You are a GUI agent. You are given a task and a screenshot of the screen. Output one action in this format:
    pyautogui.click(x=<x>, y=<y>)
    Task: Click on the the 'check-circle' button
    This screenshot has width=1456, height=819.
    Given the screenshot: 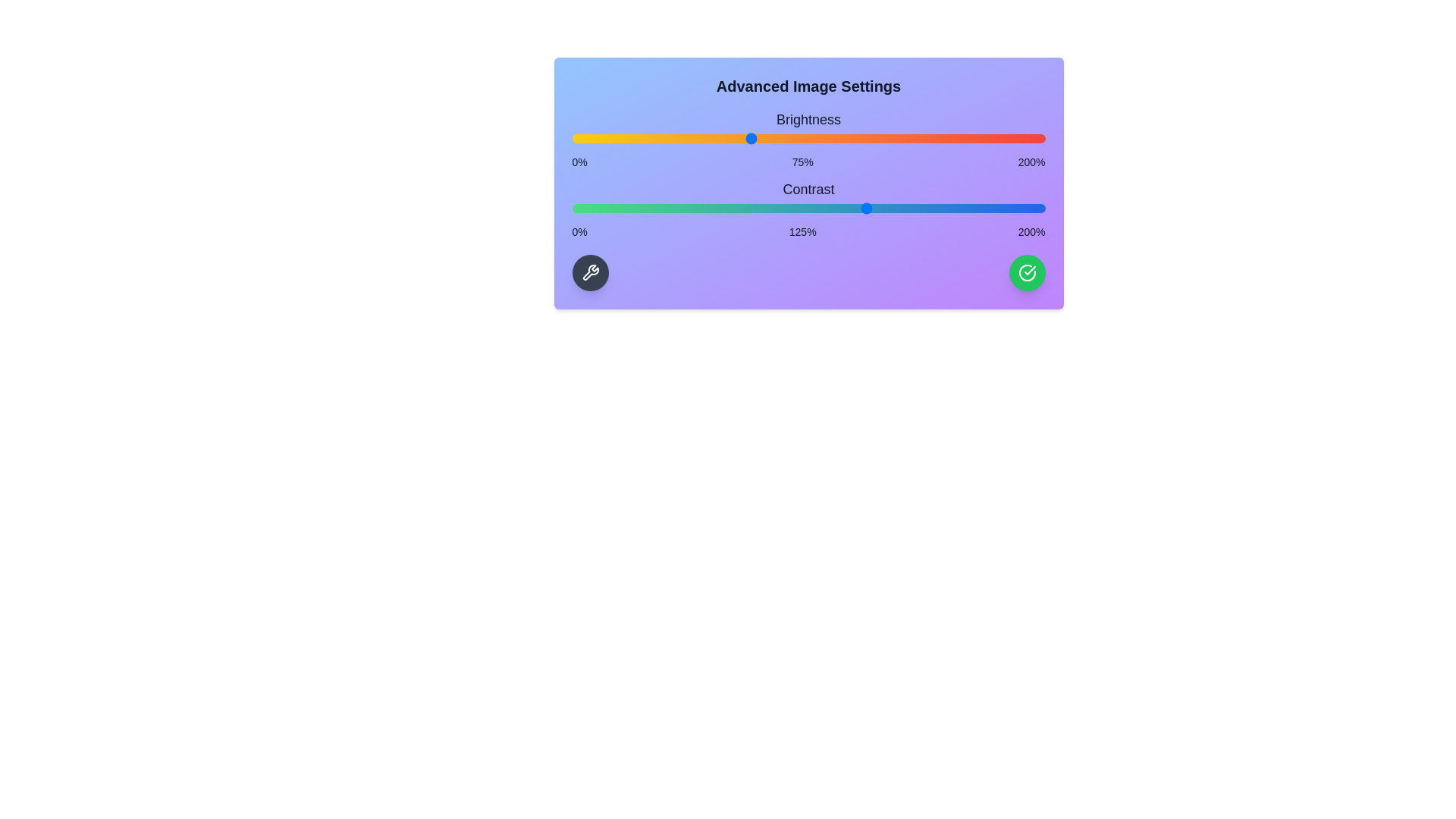 What is the action you would take?
    pyautogui.click(x=1027, y=271)
    